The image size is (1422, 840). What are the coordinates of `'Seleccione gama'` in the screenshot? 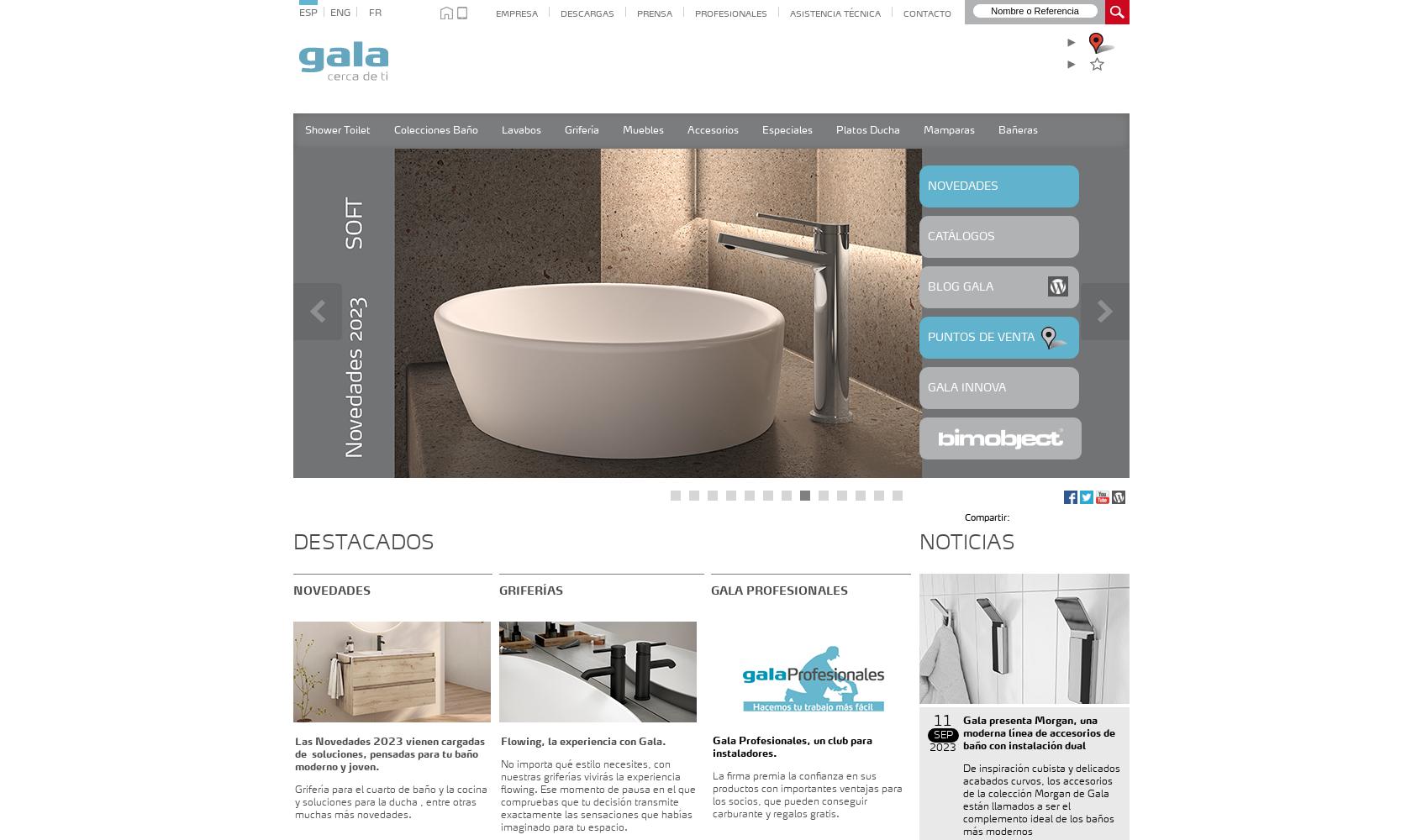 It's located at (1016, 146).